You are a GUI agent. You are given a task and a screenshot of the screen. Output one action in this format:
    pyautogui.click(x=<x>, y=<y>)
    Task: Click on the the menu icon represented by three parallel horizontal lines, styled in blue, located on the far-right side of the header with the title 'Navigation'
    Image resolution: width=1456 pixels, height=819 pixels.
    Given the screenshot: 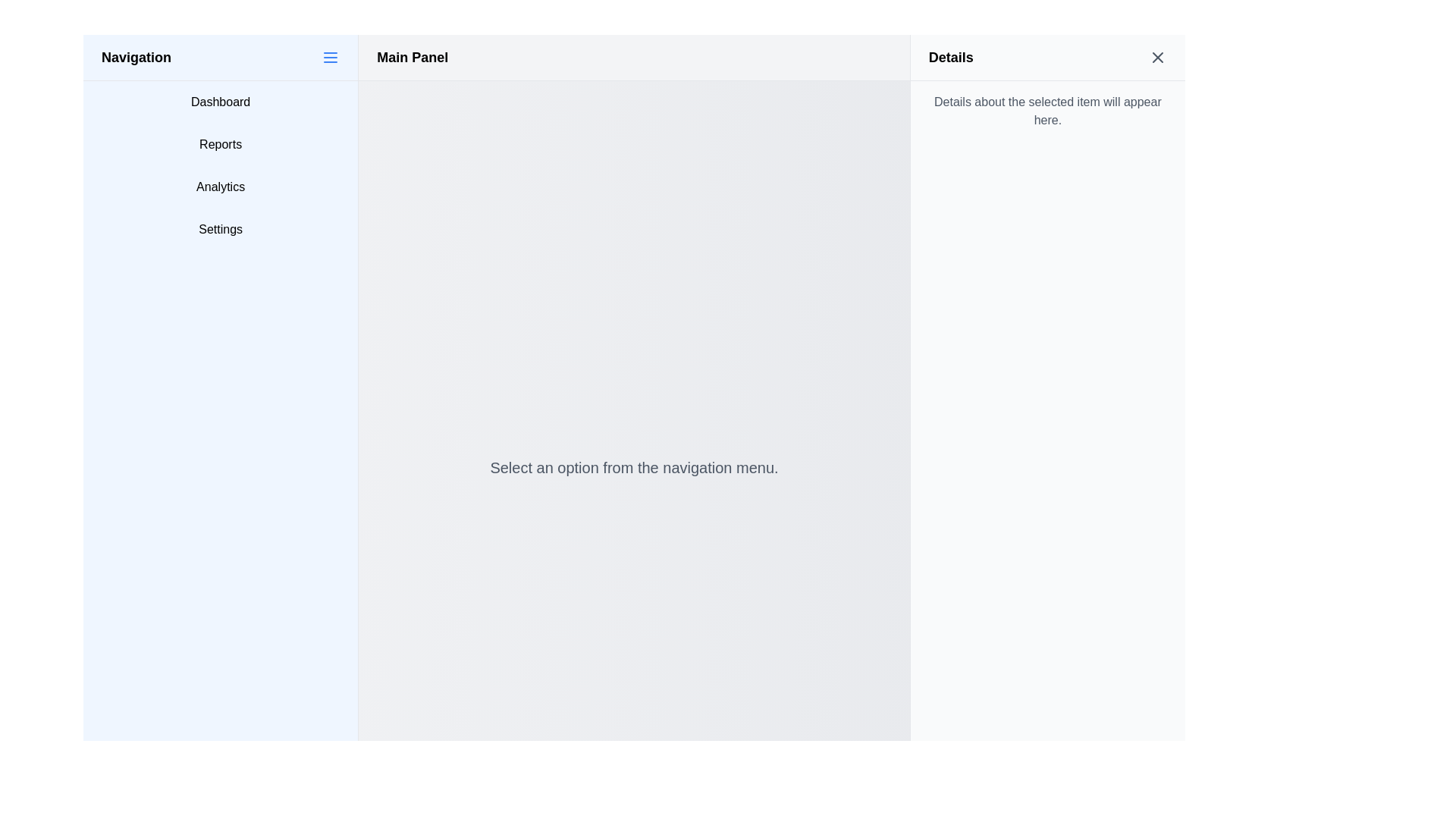 What is the action you would take?
    pyautogui.click(x=330, y=57)
    